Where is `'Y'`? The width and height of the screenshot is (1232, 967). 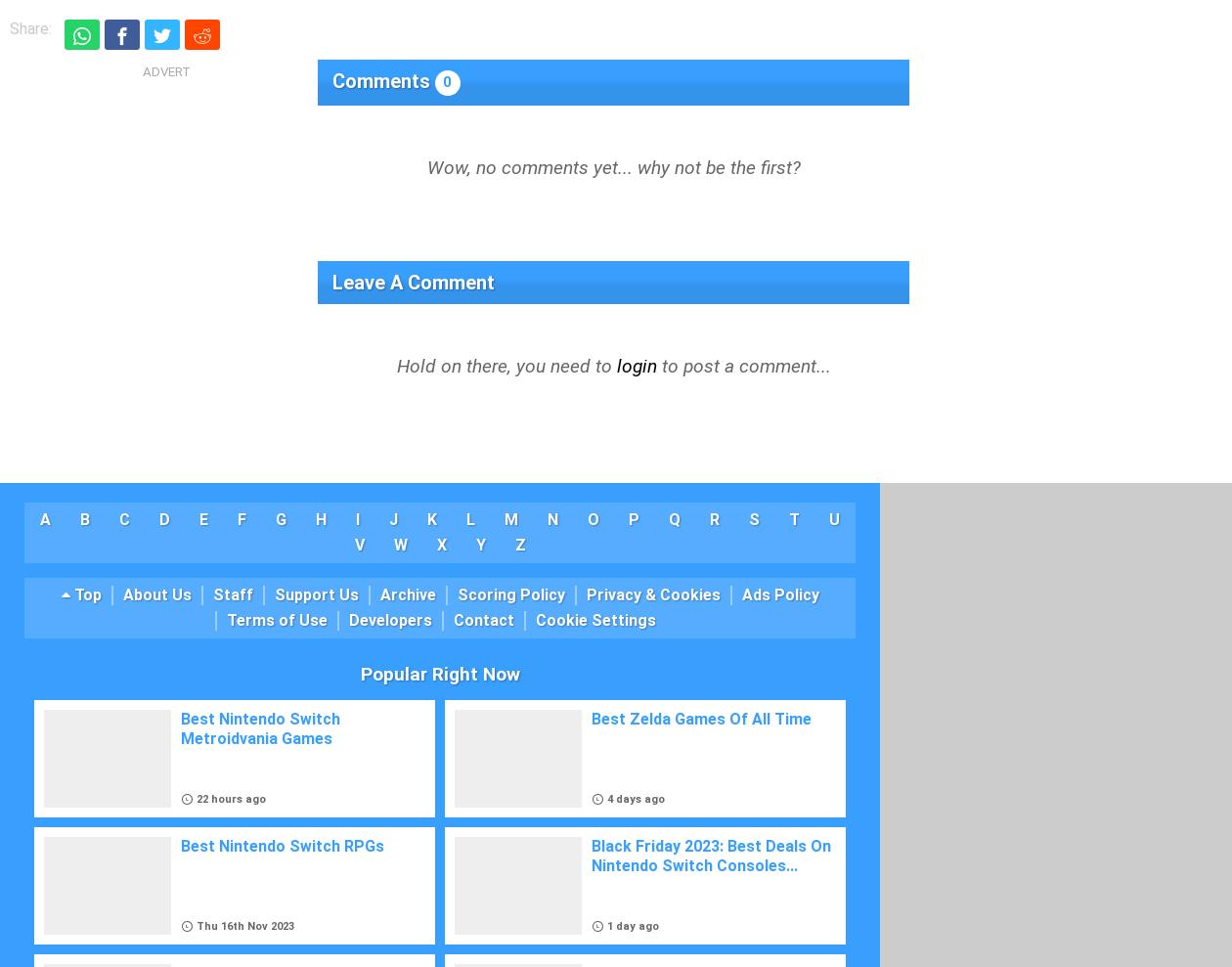
'Y' is located at coordinates (480, 544).